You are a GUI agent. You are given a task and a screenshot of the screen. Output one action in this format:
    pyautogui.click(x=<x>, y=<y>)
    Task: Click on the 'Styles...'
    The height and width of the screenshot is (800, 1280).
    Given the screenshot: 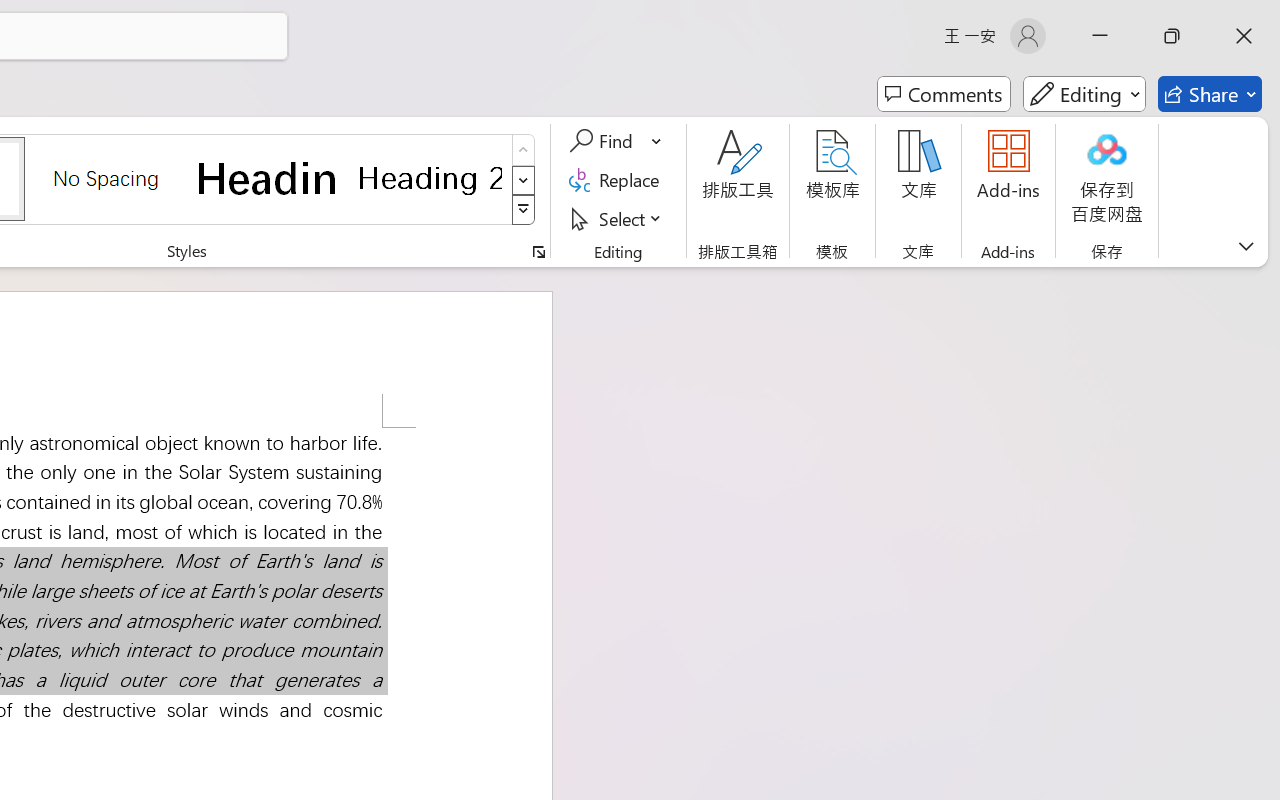 What is the action you would take?
    pyautogui.click(x=538, y=251)
    